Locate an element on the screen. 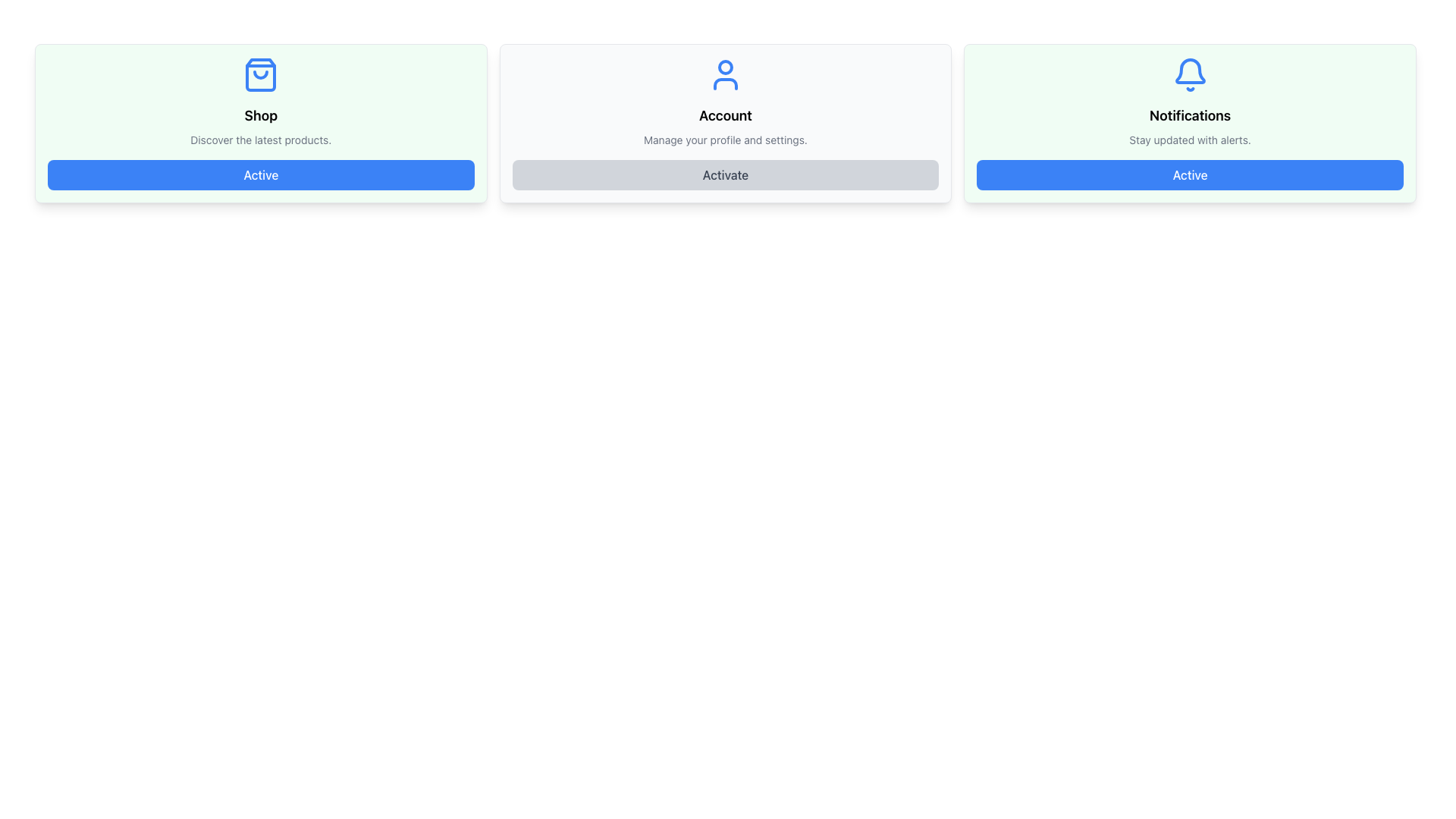 The height and width of the screenshot is (819, 1456). the user account icon, which is a blue circular head and body, located at the top-center of the 'Account' card in a three-card layout is located at coordinates (724, 75).